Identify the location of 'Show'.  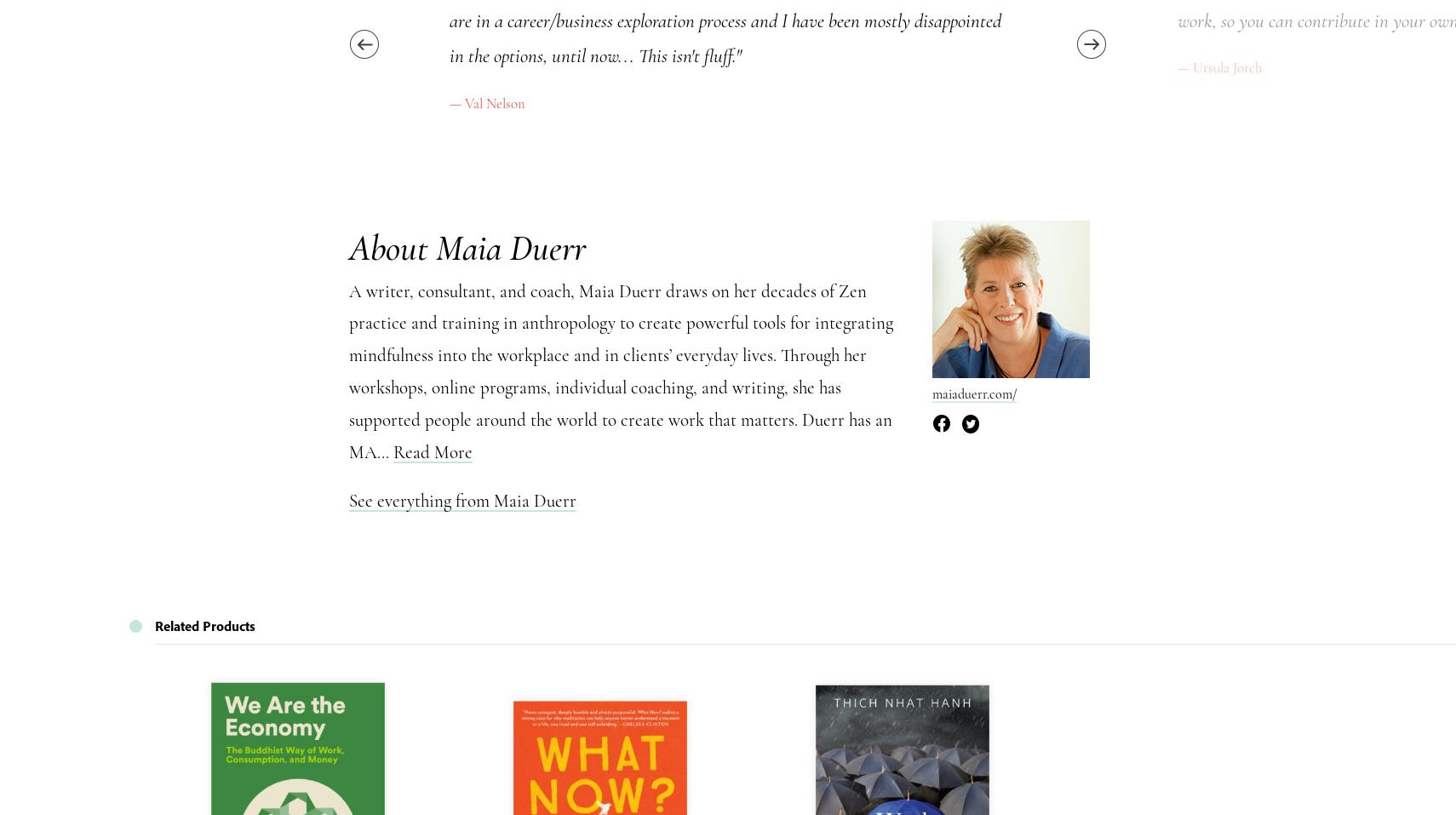
(1104, 121).